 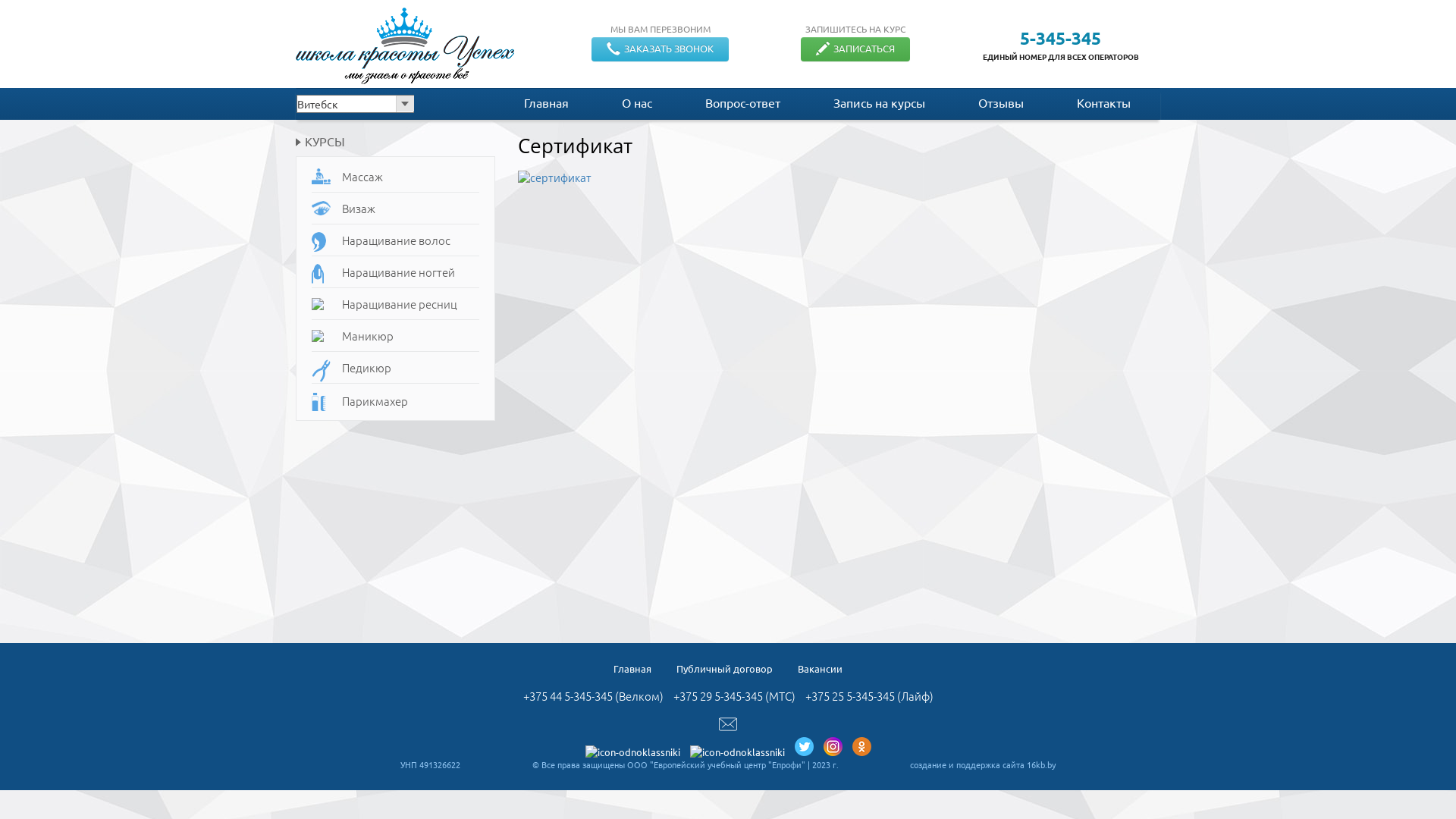 What do you see at coordinates (1059, 37) in the screenshot?
I see `'5-345-345'` at bounding box center [1059, 37].